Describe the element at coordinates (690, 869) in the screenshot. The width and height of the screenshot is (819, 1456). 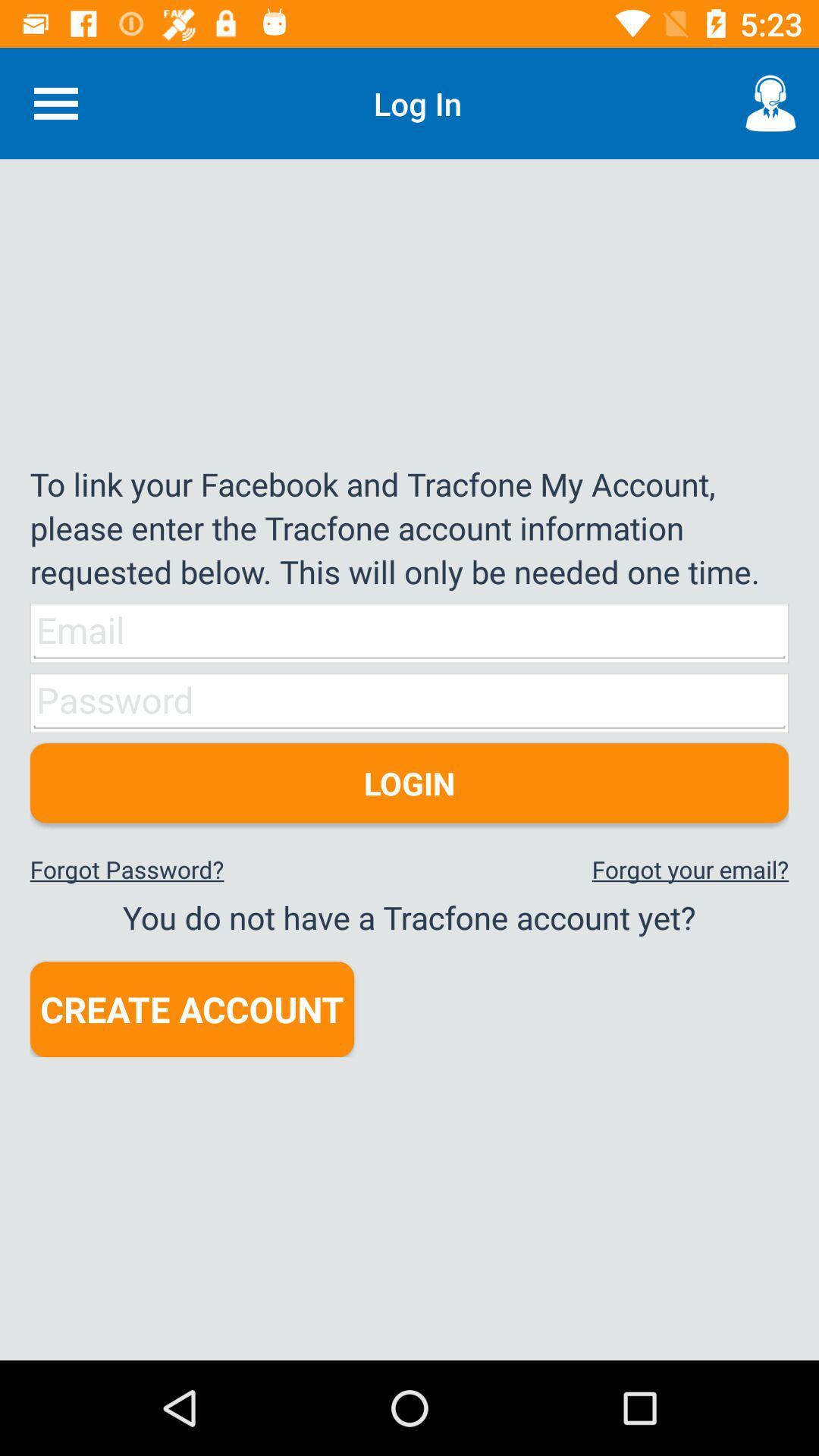
I see `the item below the login` at that location.